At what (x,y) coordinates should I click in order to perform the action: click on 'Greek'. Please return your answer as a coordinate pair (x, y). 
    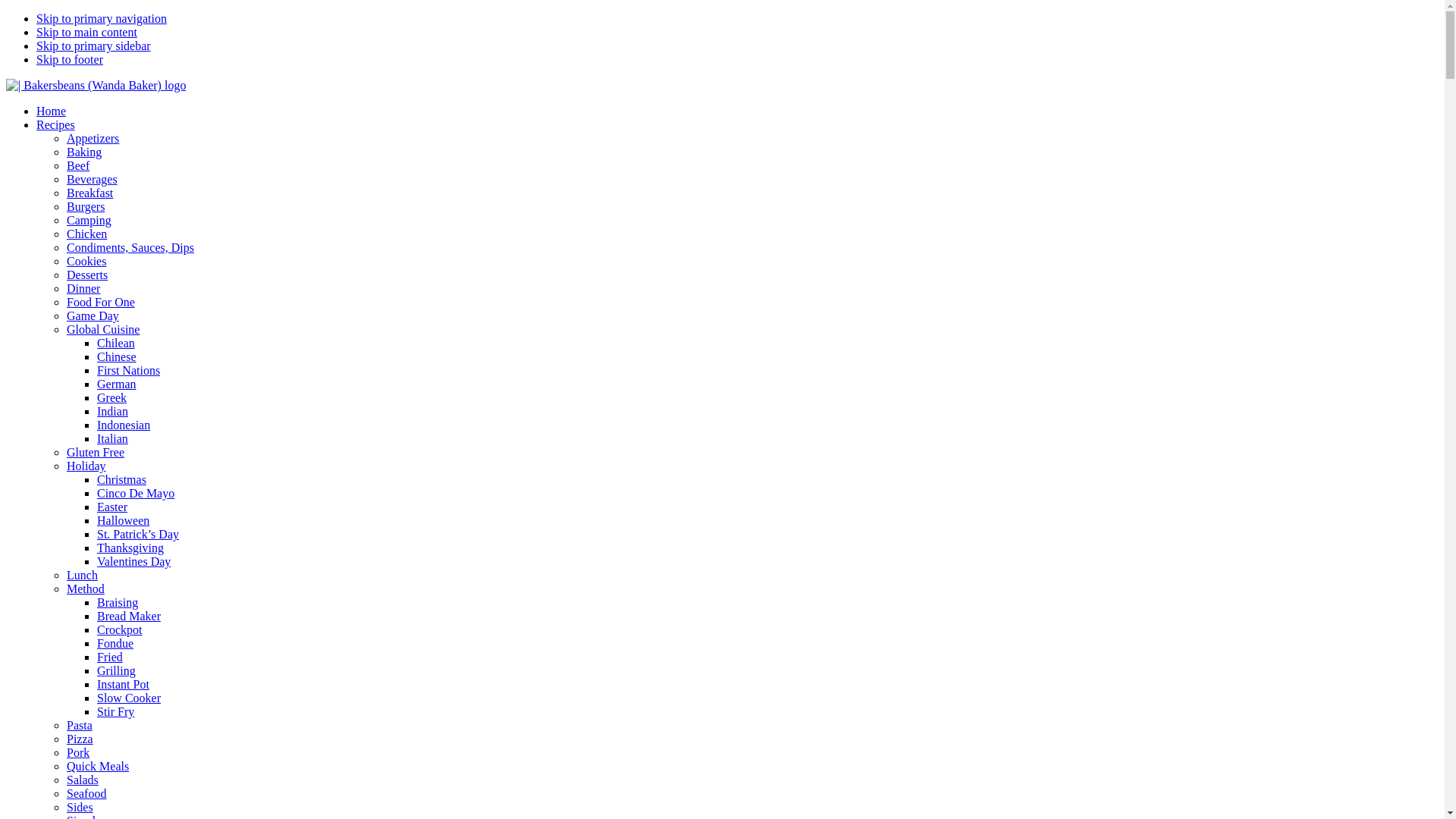
    Looking at the image, I should click on (111, 397).